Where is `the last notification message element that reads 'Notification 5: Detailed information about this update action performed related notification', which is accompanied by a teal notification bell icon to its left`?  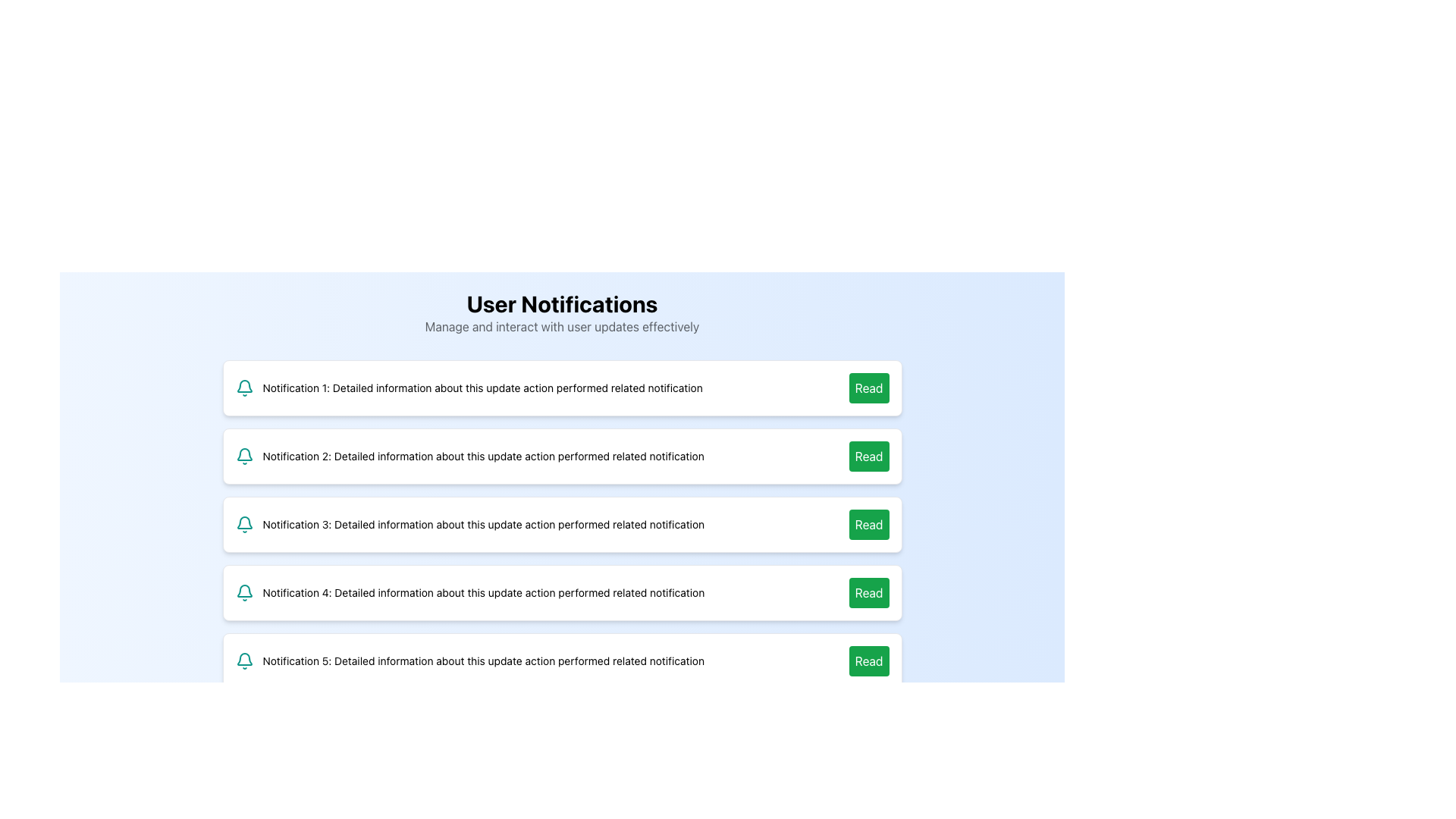 the last notification message element that reads 'Notification 5: Detailed information about this update action performed related notification', which is accompanied by a teal notification bell icon to its left is located at coordinates (469, 660).